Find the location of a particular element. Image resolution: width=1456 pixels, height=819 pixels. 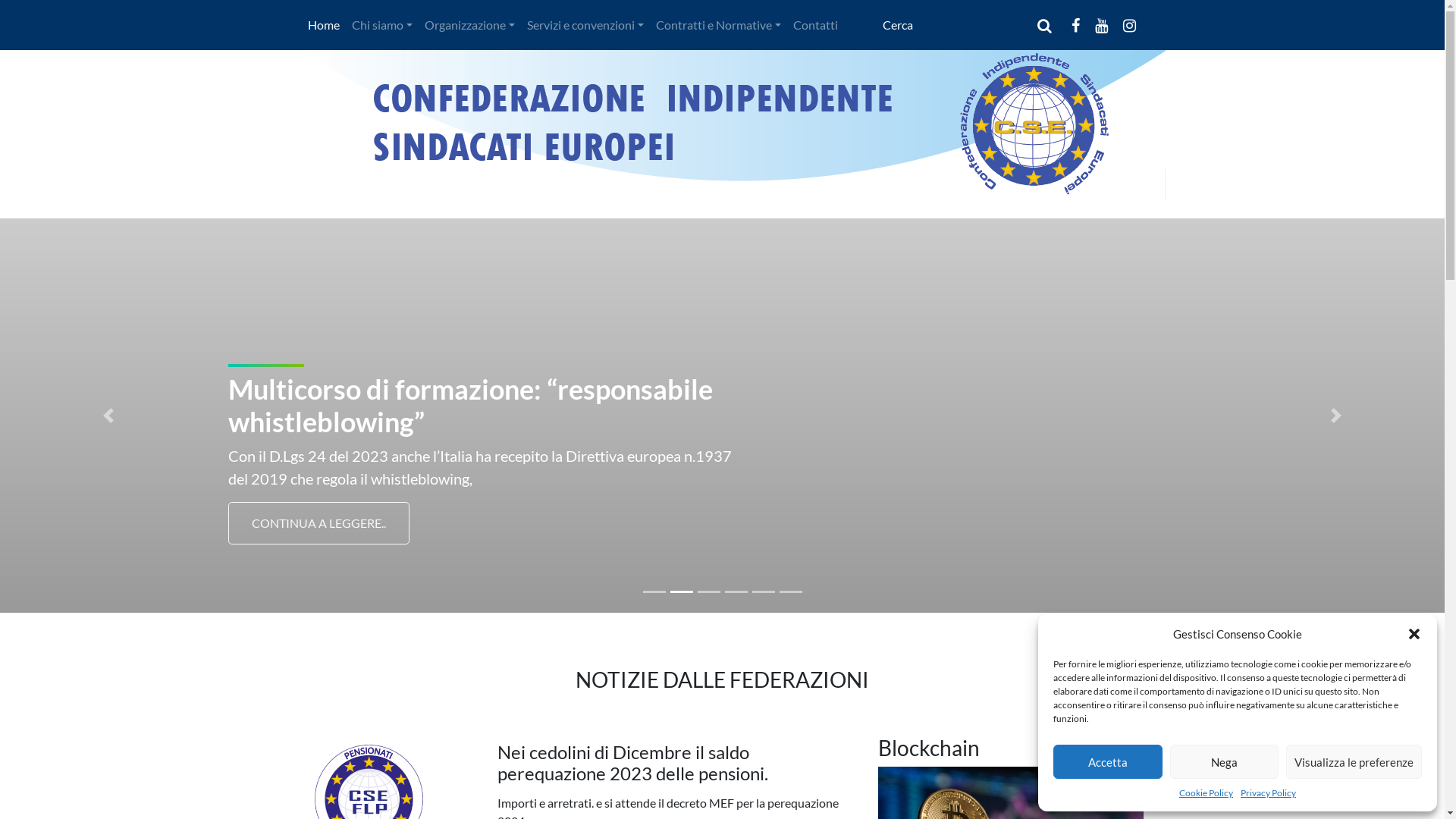

'Nega' is located at coordinates (1223, 761).